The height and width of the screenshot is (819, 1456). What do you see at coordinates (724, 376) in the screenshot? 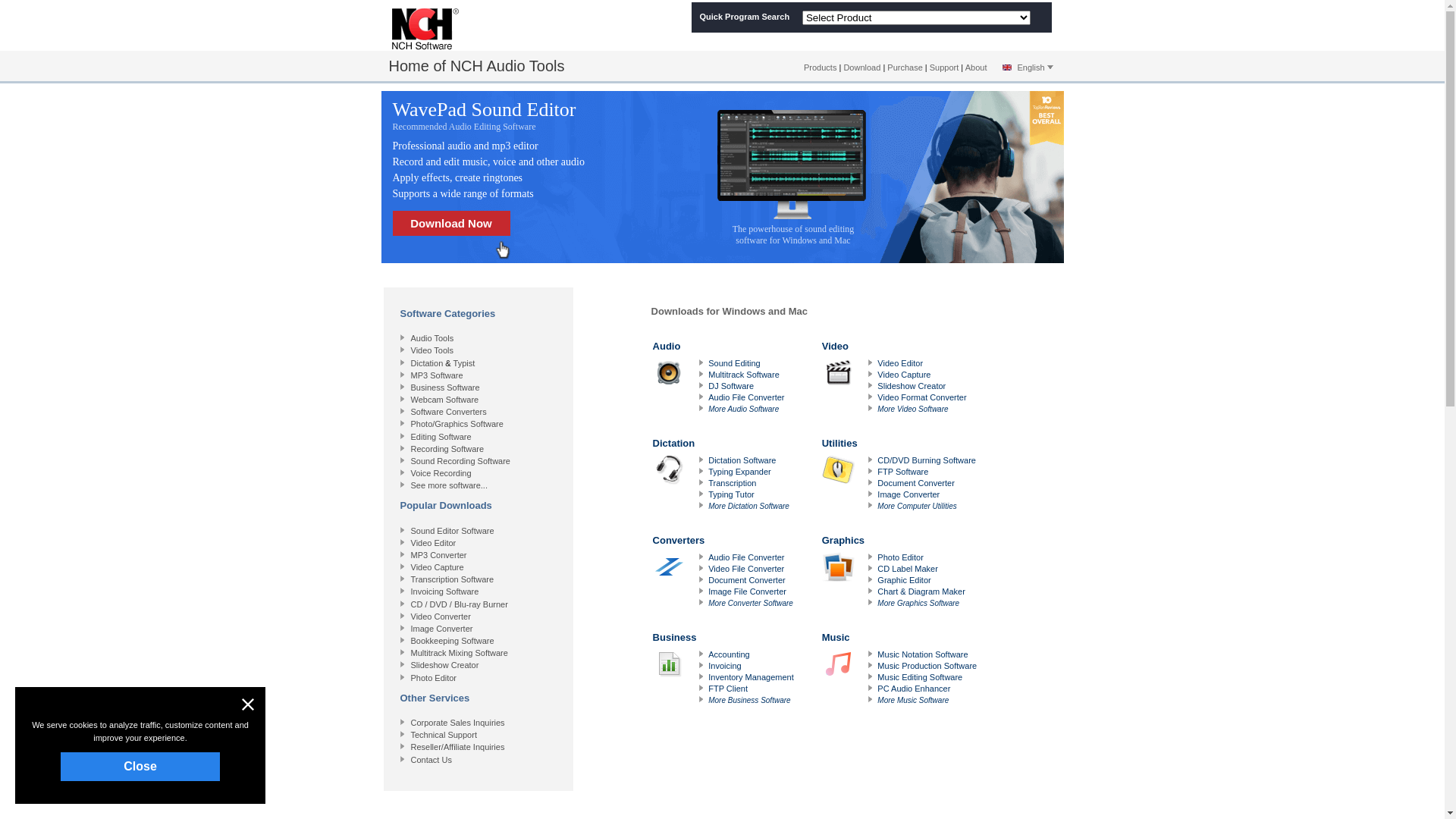
I see `'Audio'` at bounding box center [724, 376].